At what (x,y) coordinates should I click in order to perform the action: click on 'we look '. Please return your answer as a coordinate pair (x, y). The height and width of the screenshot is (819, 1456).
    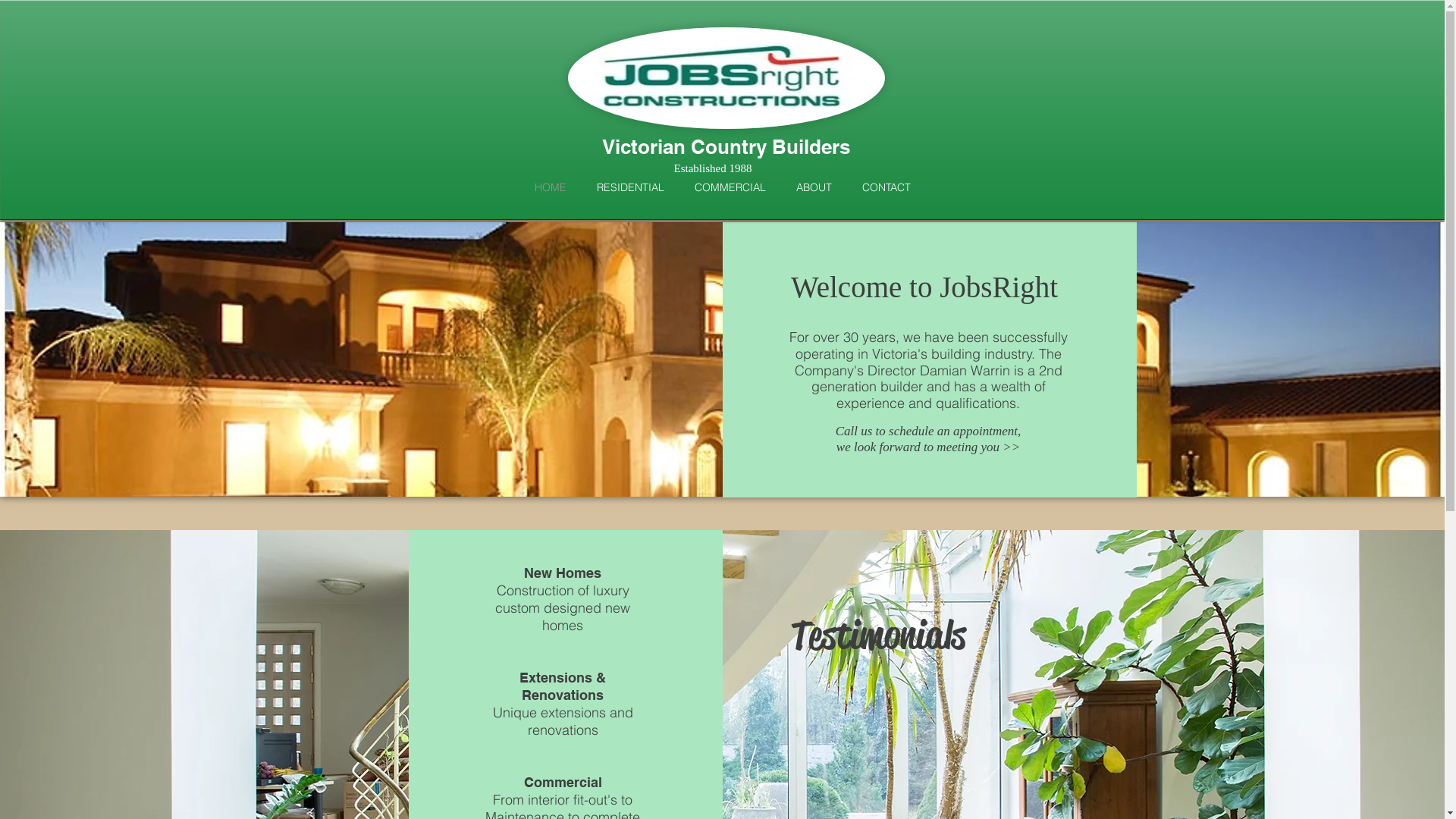
    Looking at the image, I should click on (858, 446).